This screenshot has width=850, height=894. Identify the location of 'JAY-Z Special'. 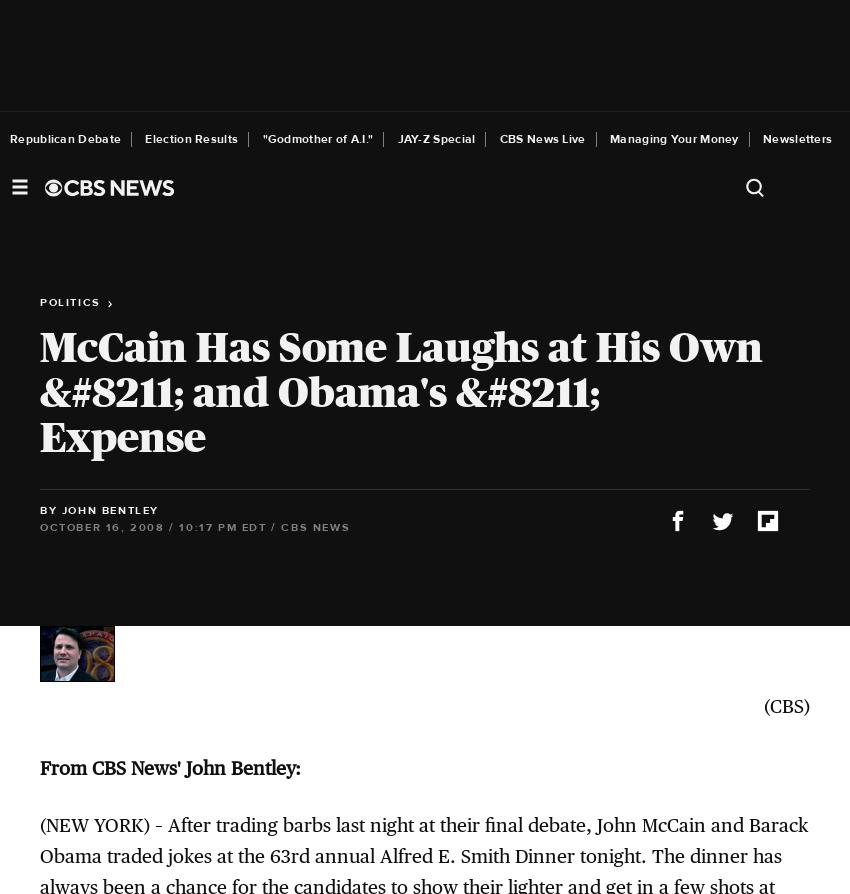
(397, 139).